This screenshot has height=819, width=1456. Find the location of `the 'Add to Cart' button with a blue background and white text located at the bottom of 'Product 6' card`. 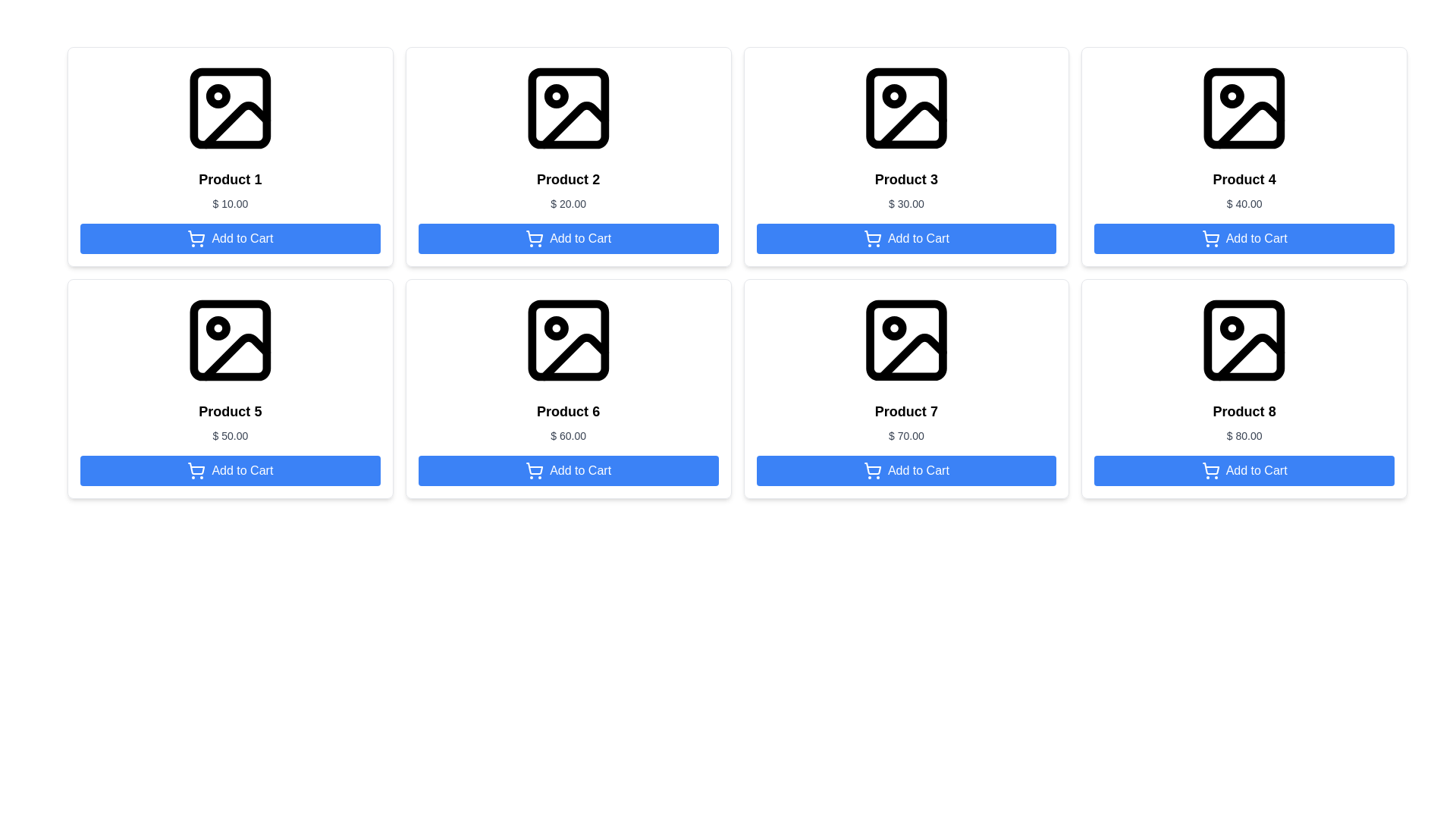

the 'Add to Cart' button with a blue background and white text located at the bottom of 'Product 6' card is located at coordinates (567, 470).